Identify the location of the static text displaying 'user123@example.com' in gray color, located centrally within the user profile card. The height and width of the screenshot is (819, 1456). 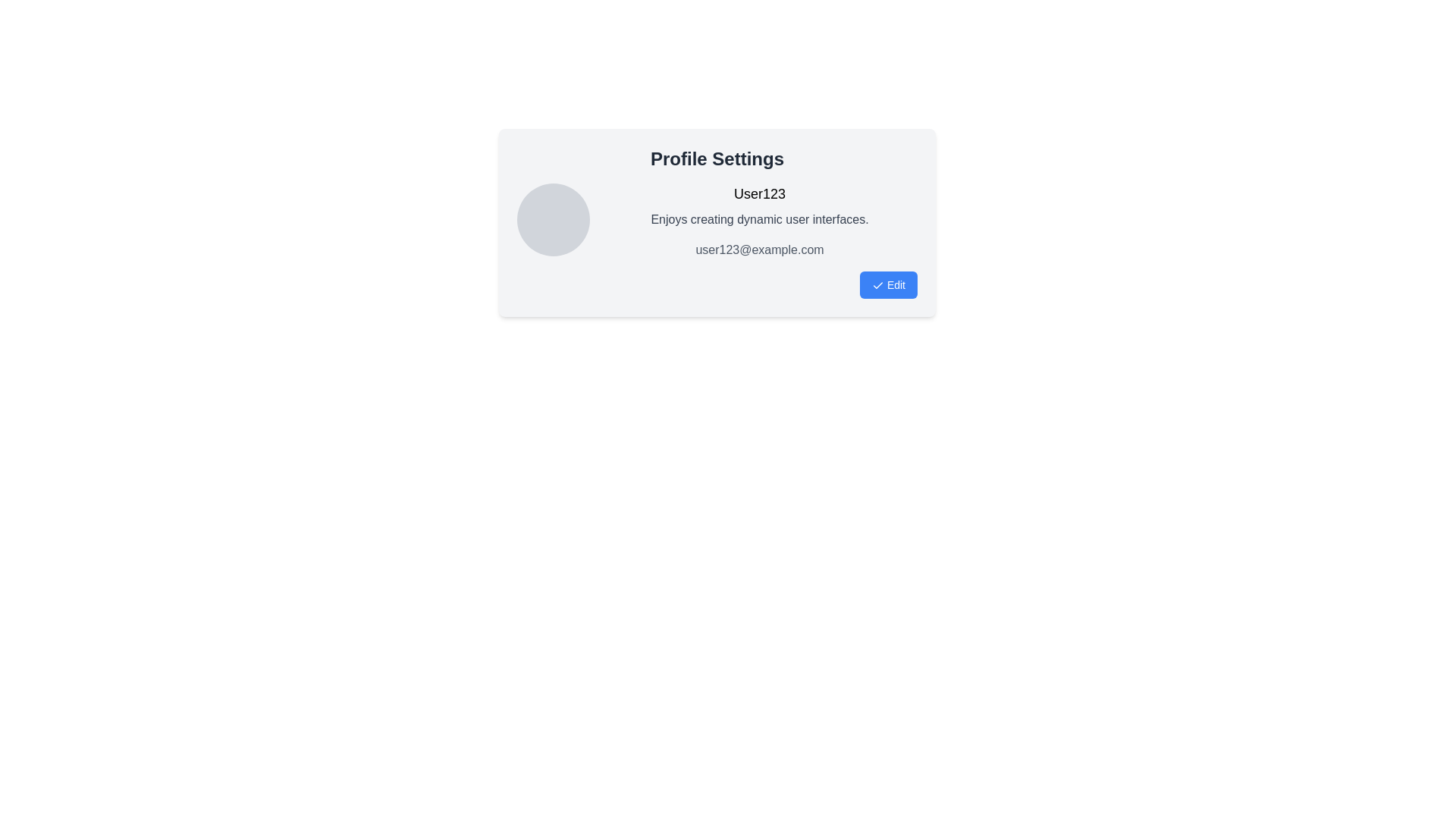
(760, 249).